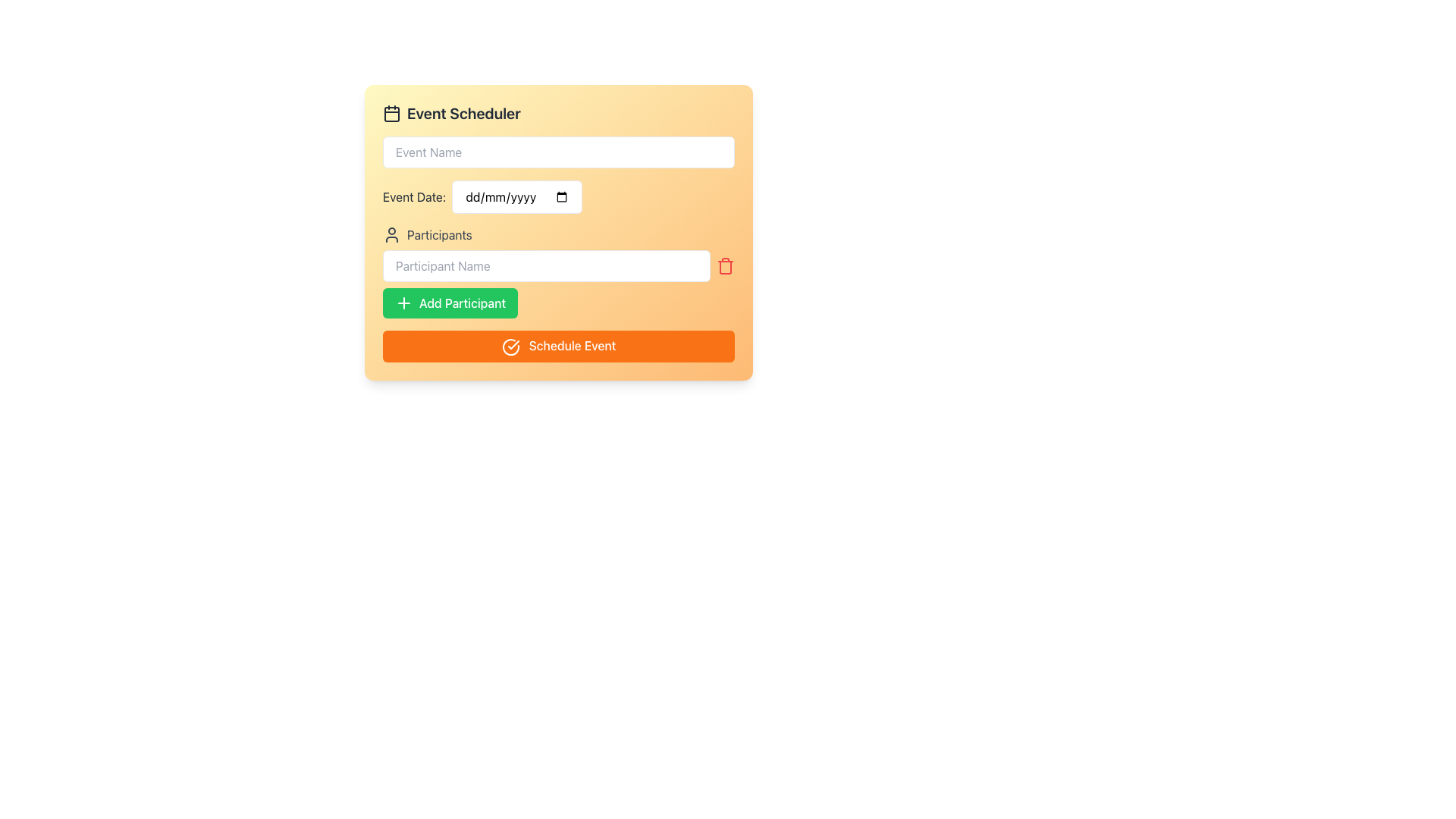 The image size is (1456, 819). Describe the element at coordinates (724, 265) in the screenshot. I see `the trash icon button located at the right end of the 'Participants' input field in the Event Scheduler form` at that location.